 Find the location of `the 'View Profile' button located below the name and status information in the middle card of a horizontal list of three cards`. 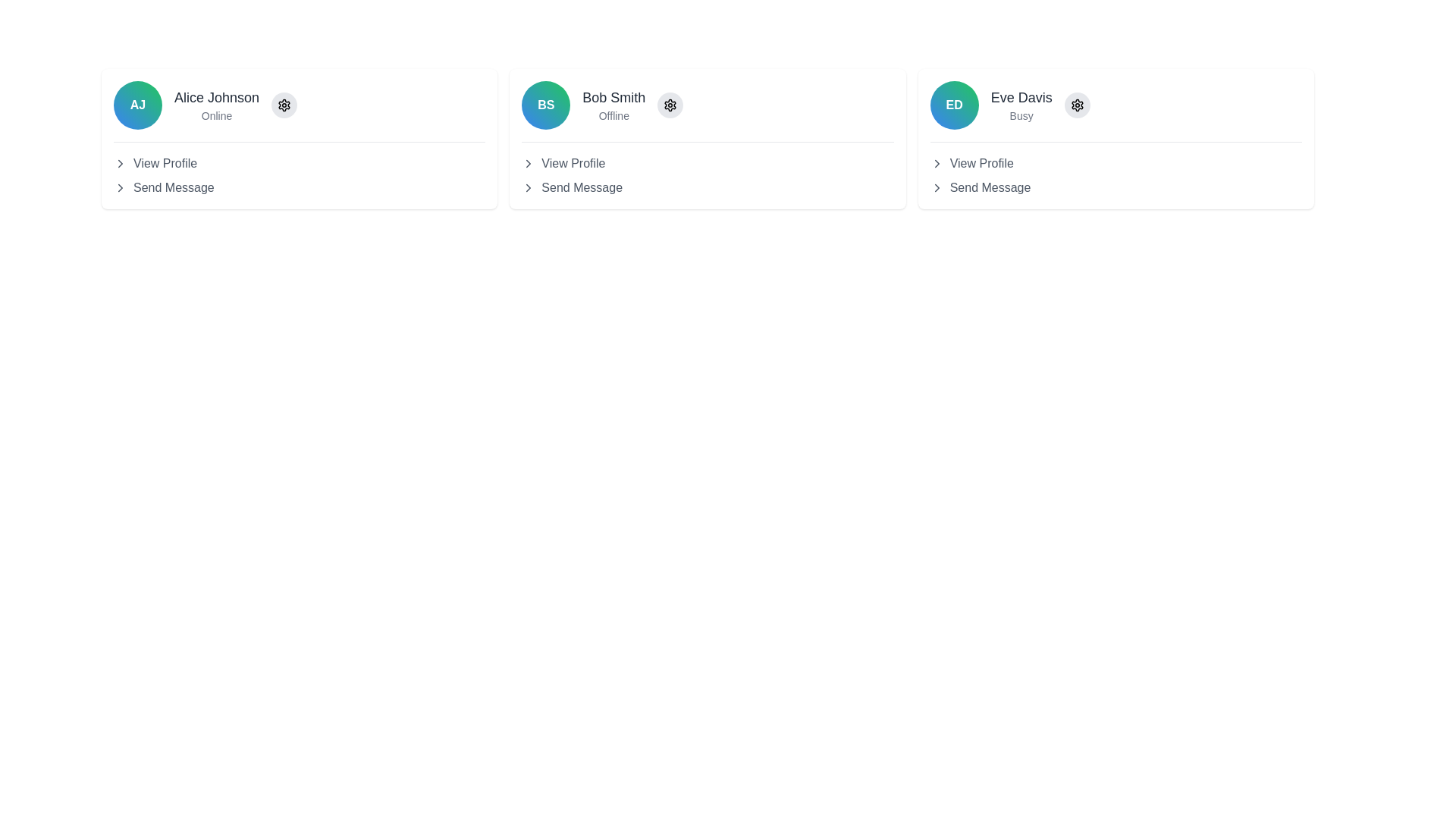

the 'View Profile' button located below the name and status information in the middle card of a horizontal list of three cards is located at coordinates (706, 164).